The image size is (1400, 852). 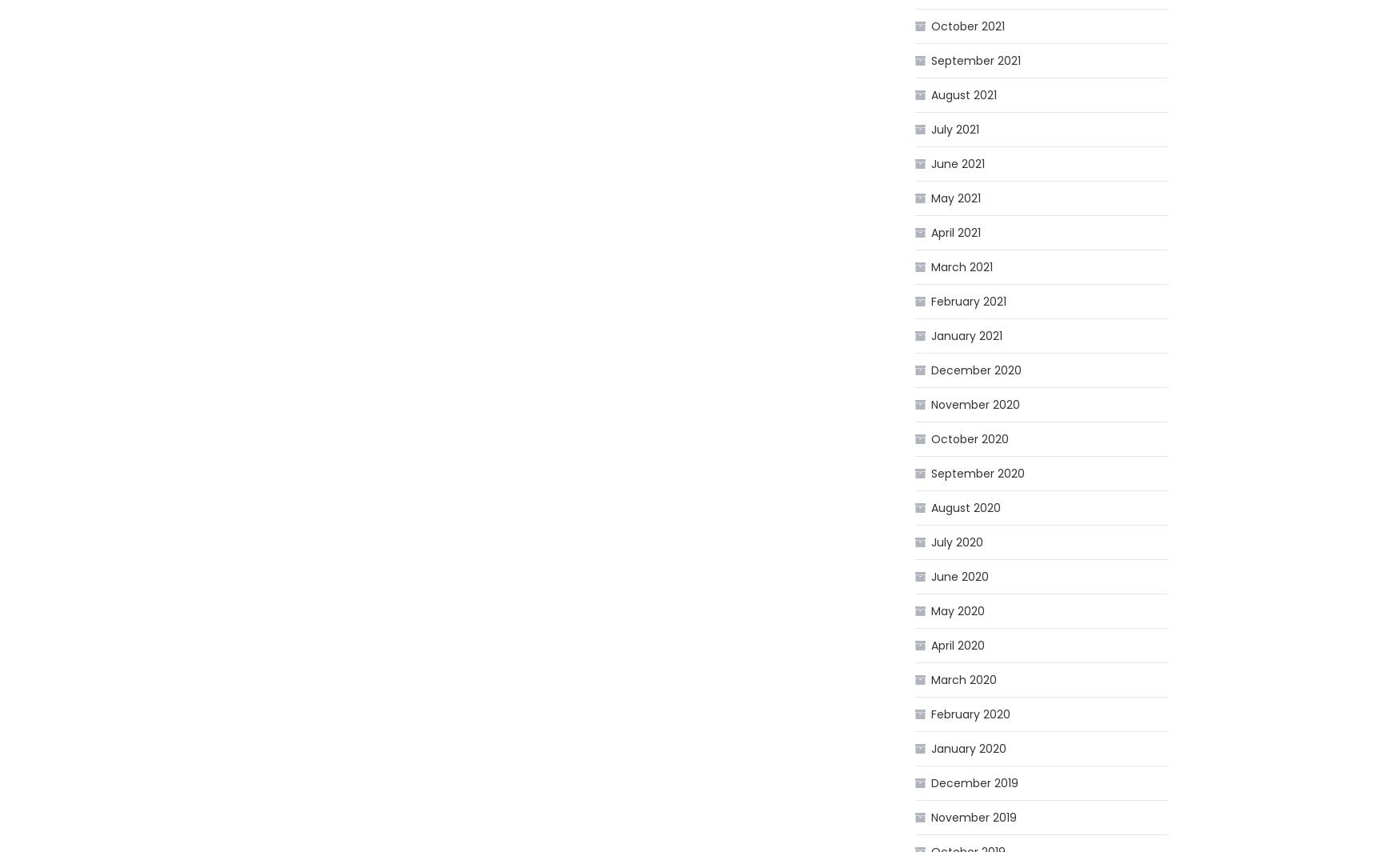 I want to click on 'October 2020', so click(x=970, y=439).